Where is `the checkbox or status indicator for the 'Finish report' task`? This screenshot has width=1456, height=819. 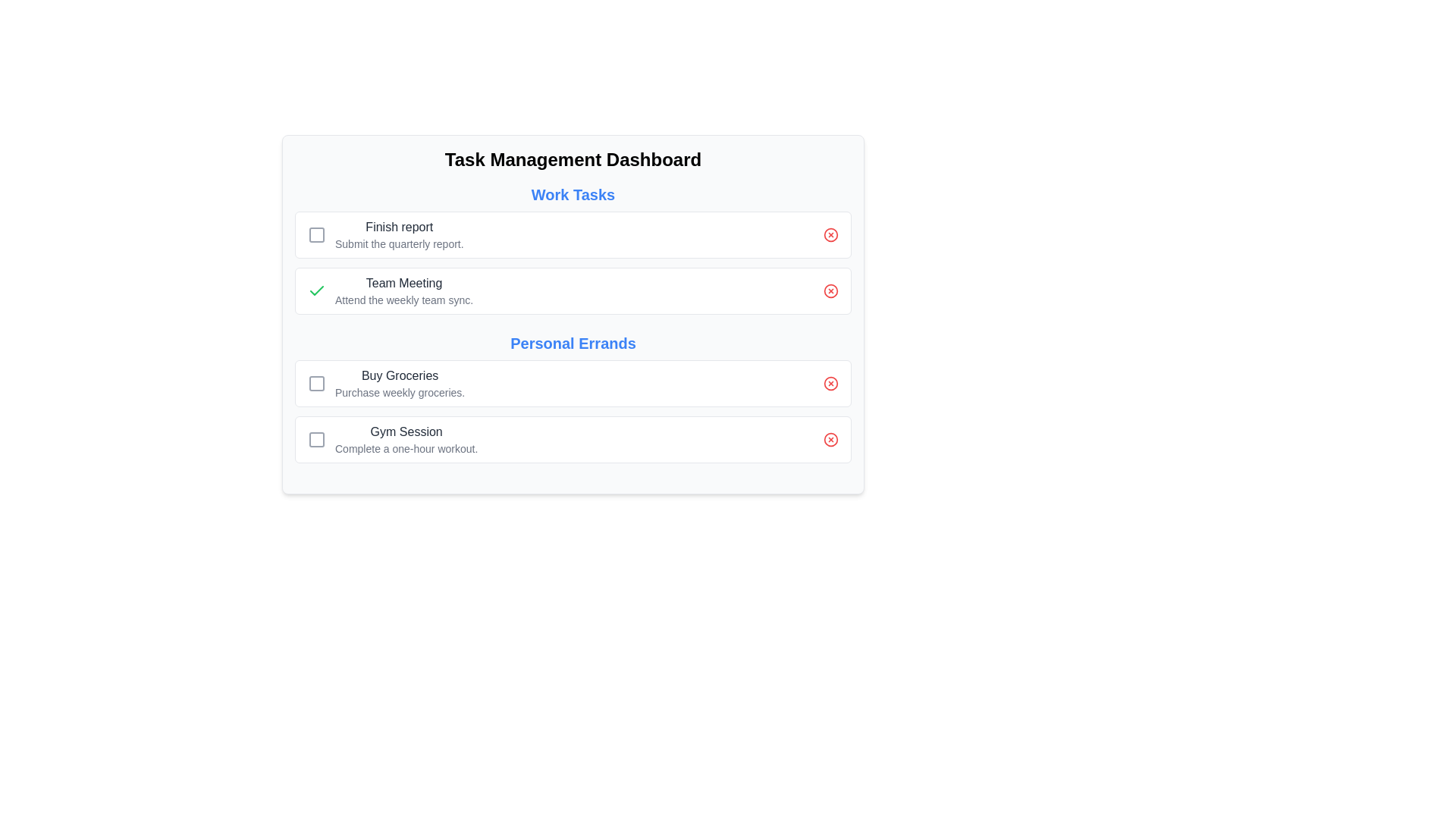
the checkbox or status indicator for the 'Finish report' task is located at coordinates (315, 234).